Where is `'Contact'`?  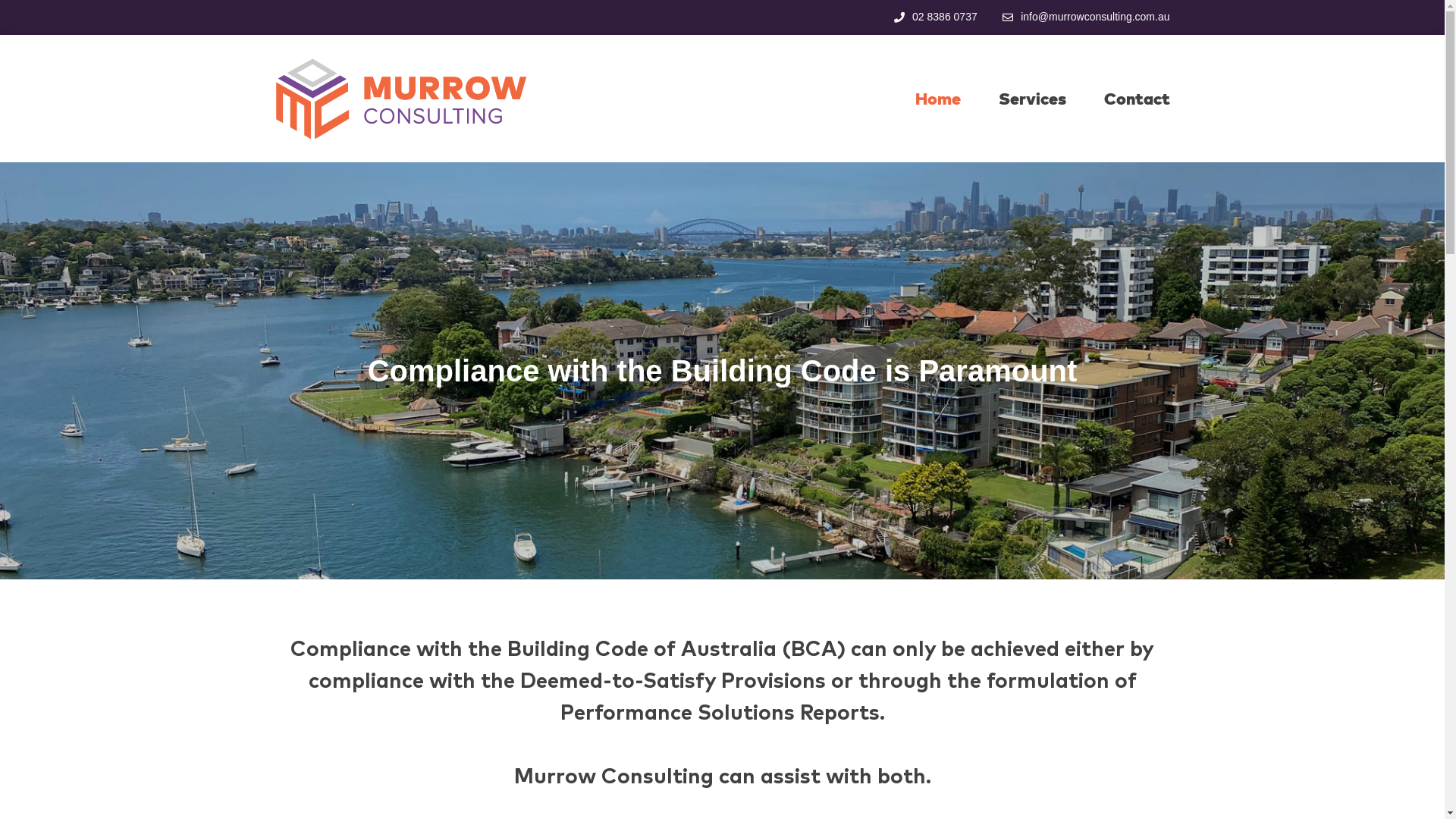 'Contact' is located at coordinates (1137, 99).